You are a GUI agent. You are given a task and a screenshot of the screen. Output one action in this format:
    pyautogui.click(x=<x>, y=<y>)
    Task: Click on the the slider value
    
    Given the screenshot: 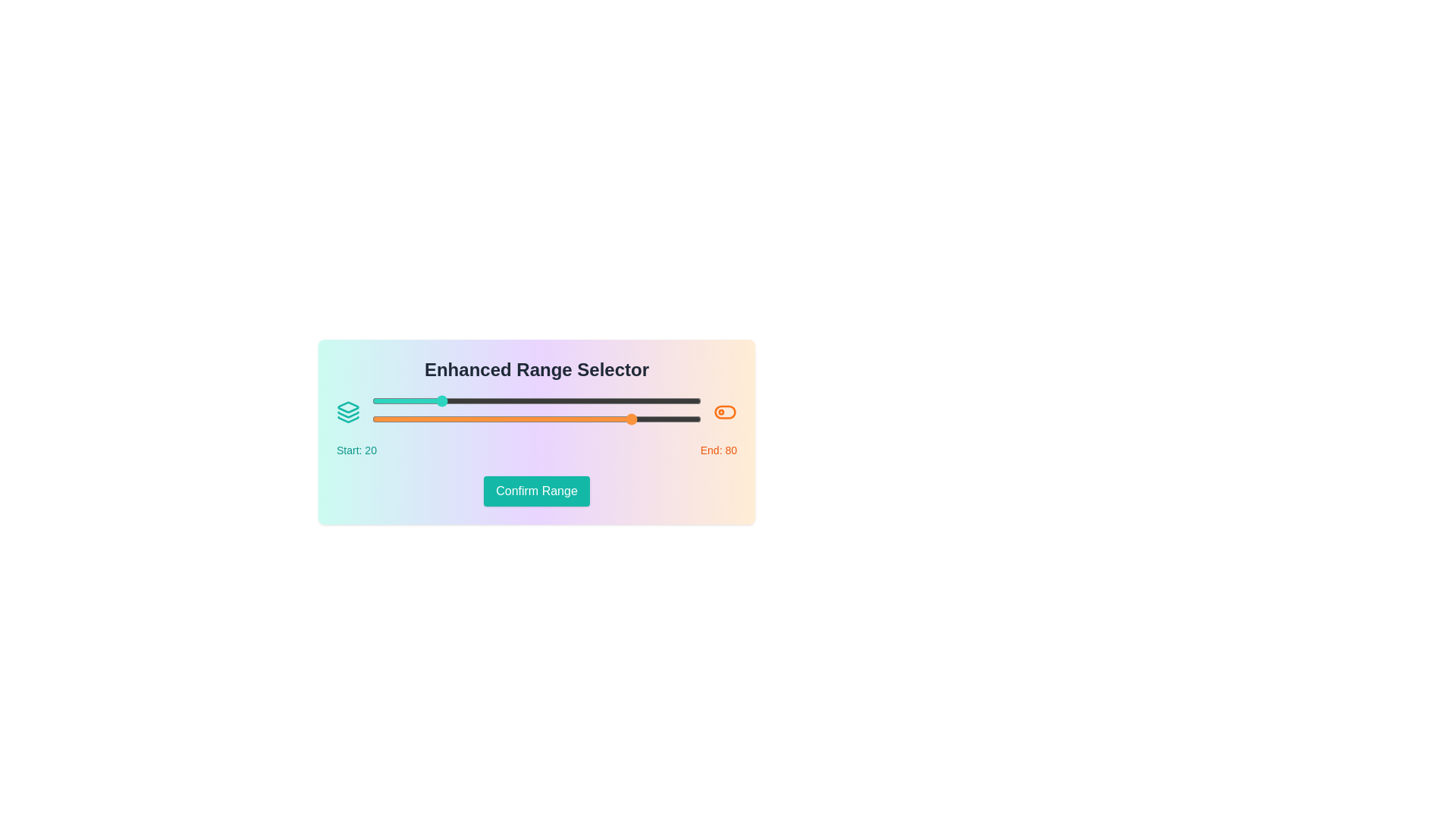 What is the action you would take?
    pyautogui.click(x=444, y=419)
    